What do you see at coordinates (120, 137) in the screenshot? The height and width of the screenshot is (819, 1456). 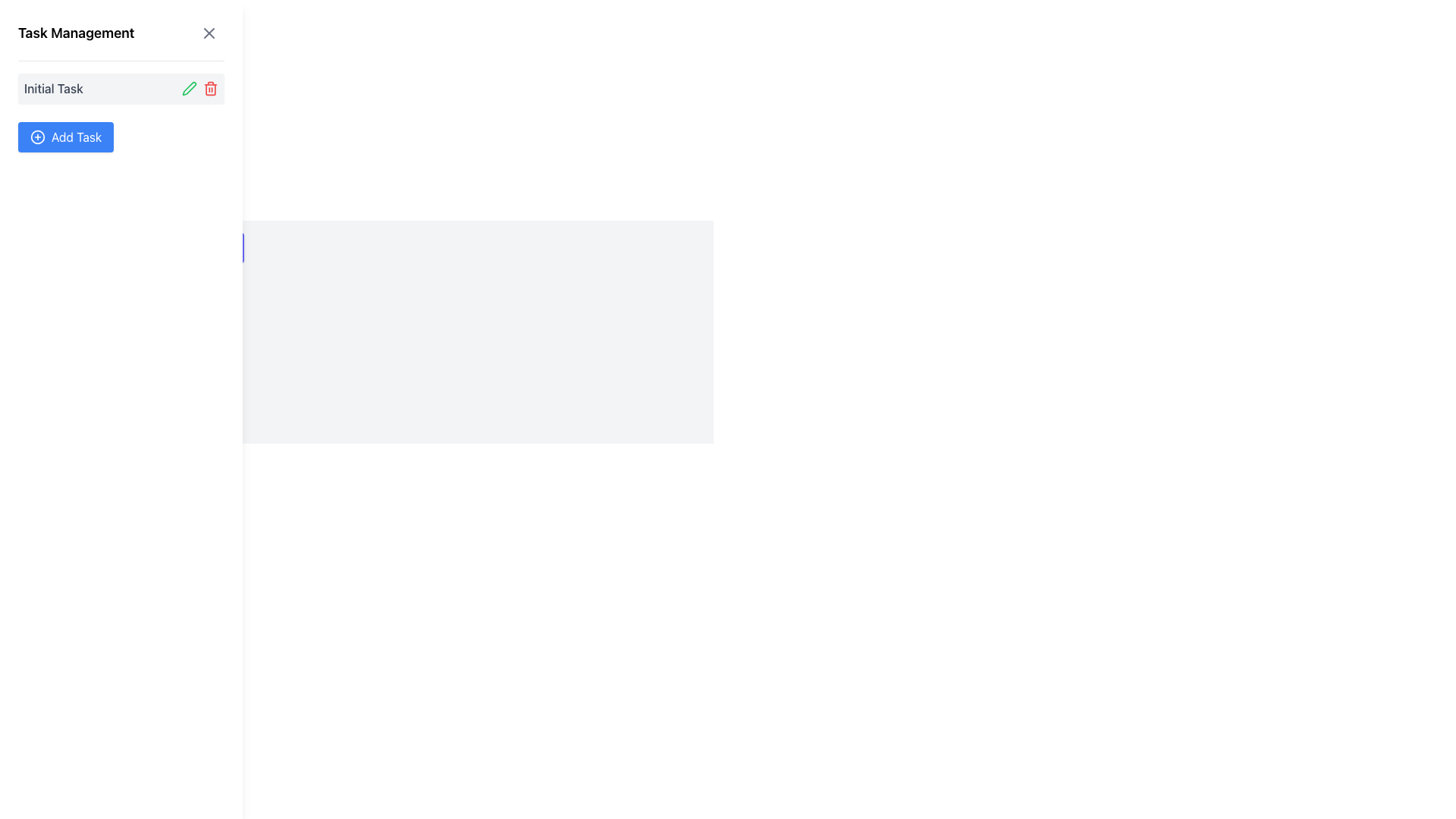 I see `the button located below the 'Initial Task' section in the left sidebar of the task management application` at bounding box center [120, 137].